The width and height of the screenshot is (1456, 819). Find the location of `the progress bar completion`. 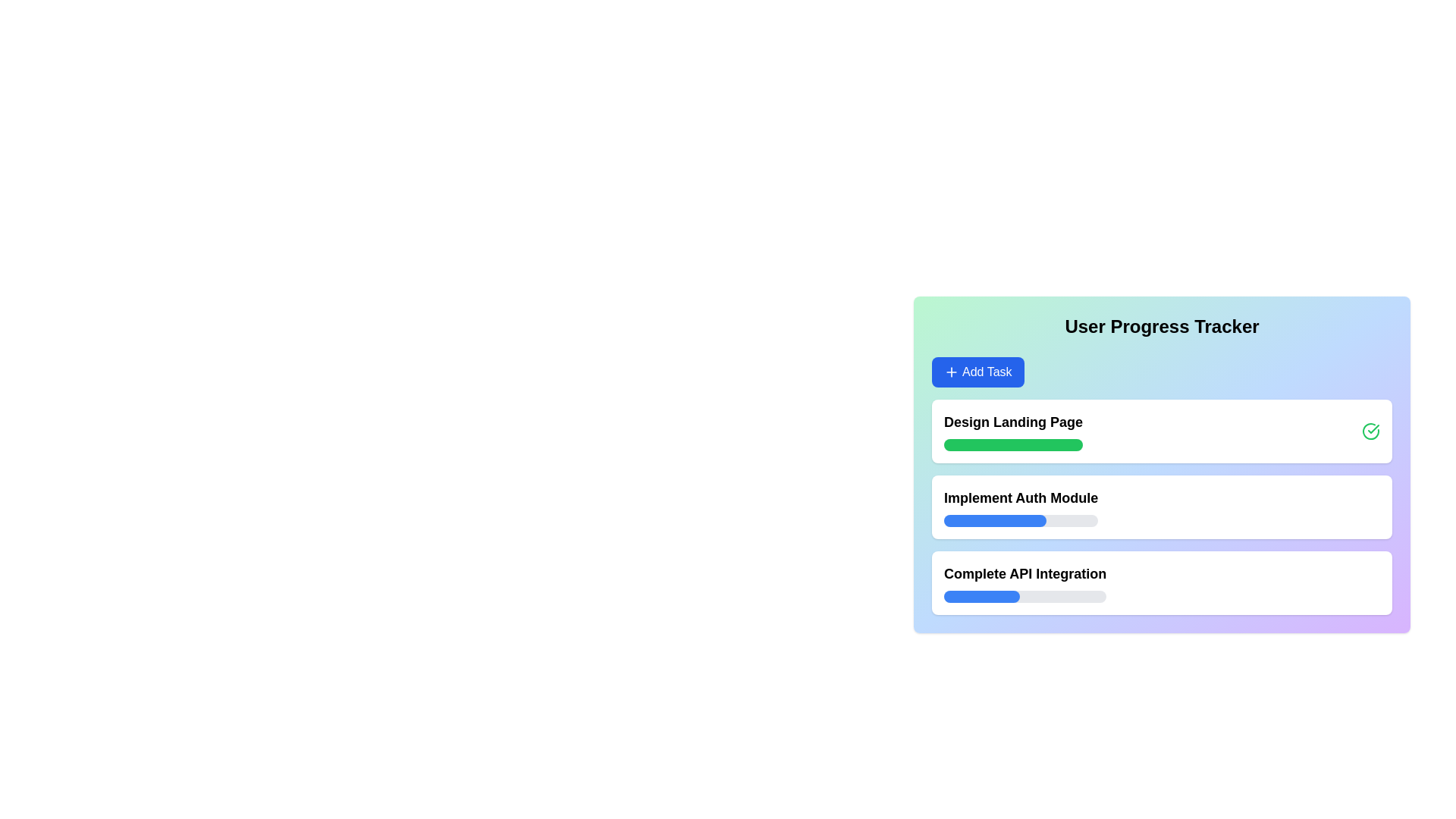

the progress bar completion is located at coordinates (944, 595).